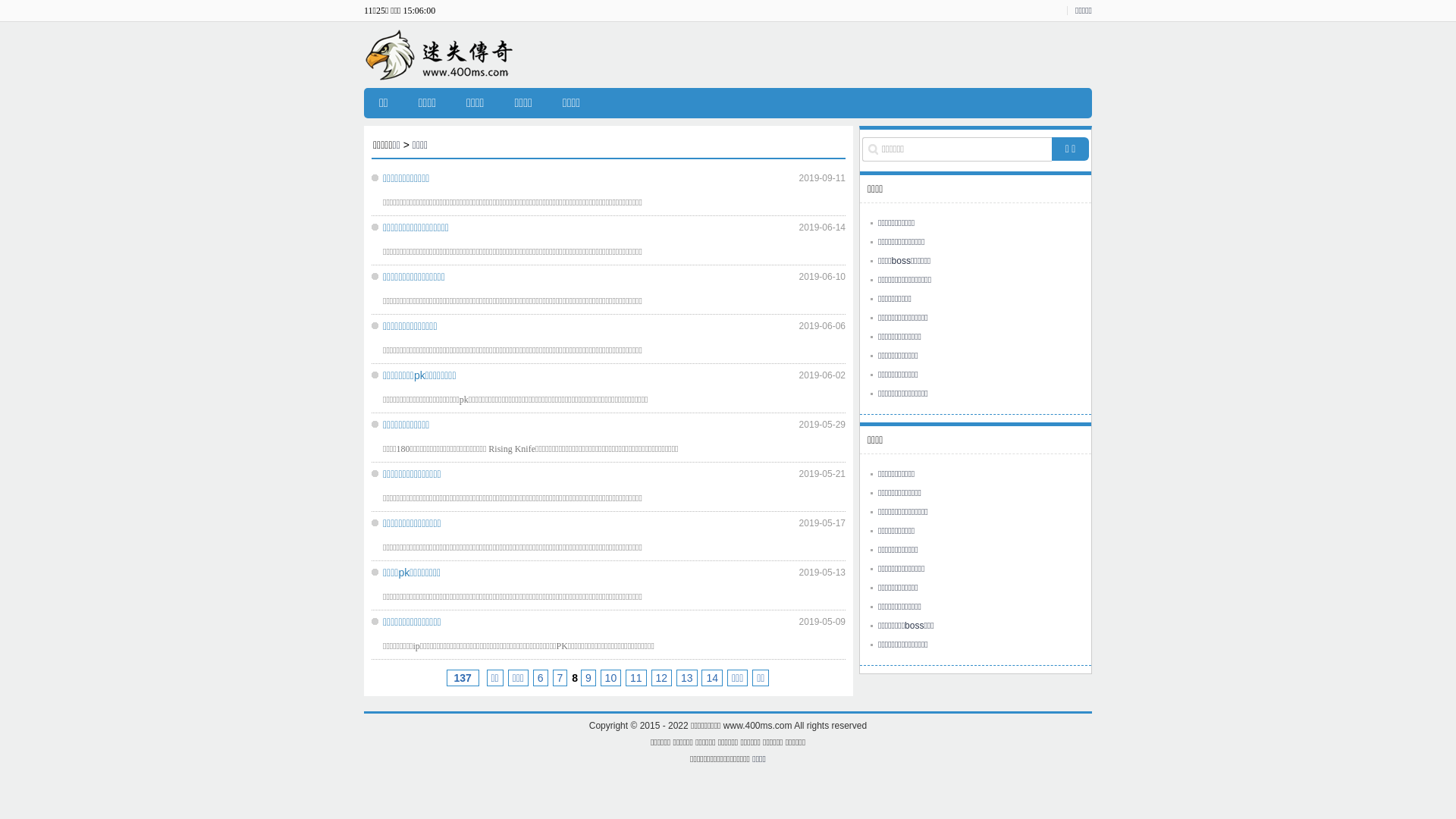 The height and width of the screenshot is (819, 1456). What do you see at coordinates (462, 677) in the screenshot?
I see `' 137'` at bounding box center [462, 677].